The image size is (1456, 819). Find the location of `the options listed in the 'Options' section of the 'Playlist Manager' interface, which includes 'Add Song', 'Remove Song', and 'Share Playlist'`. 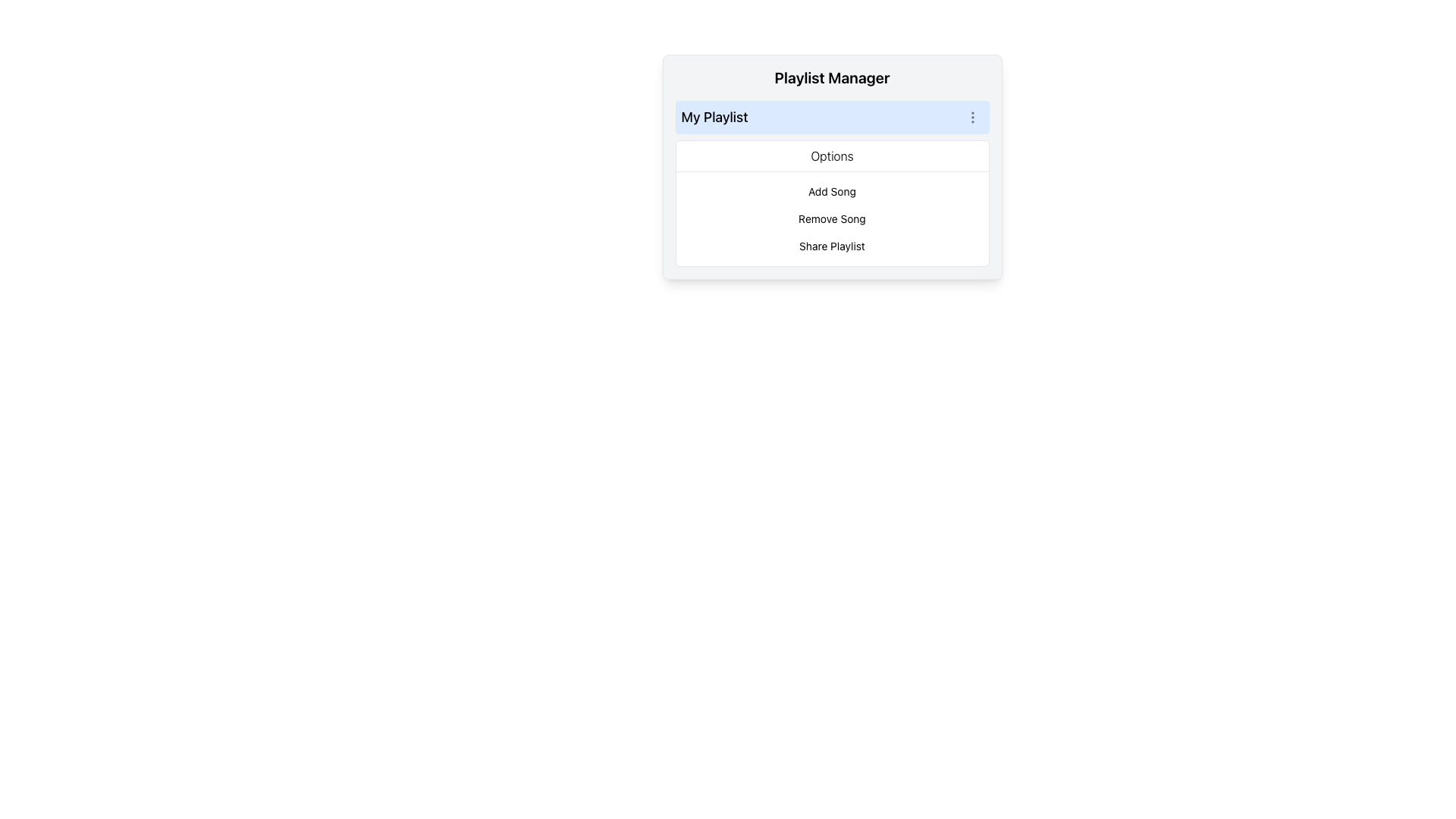

the options listed in the 'Options' section of the 'Playlist Manager' interface, which includes 'Add Song', 'Remove Song', and 'Share Playlist' is located at coordinates (831, 183).